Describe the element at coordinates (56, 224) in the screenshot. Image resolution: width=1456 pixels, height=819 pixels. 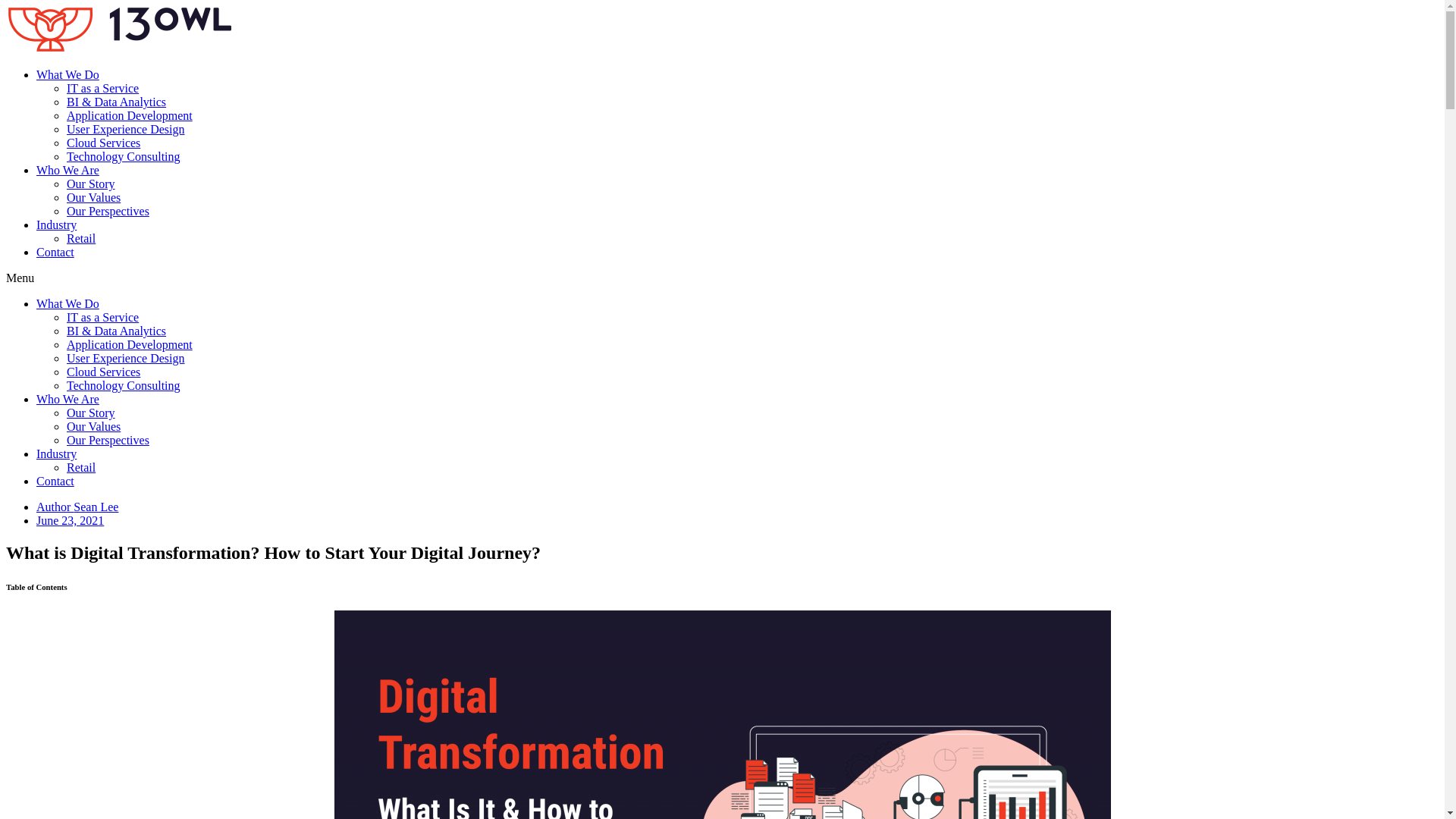
I see `'Industry'` at that location.